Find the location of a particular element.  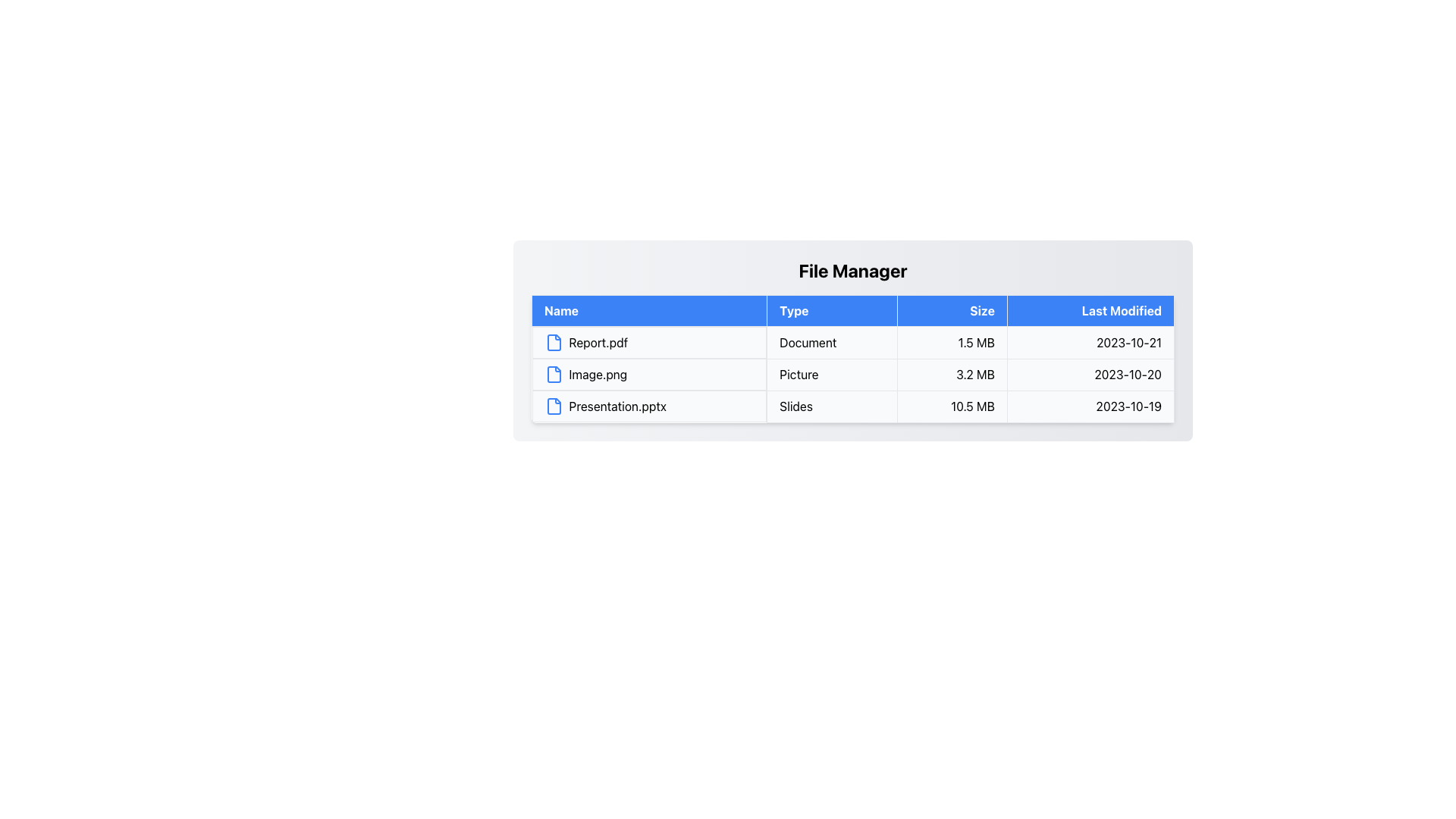

the text display that shows the date '2023-10-20' in the 'Last Modified' column of the second row for the file 'Image.png' is located at coordinates (1090, 374).